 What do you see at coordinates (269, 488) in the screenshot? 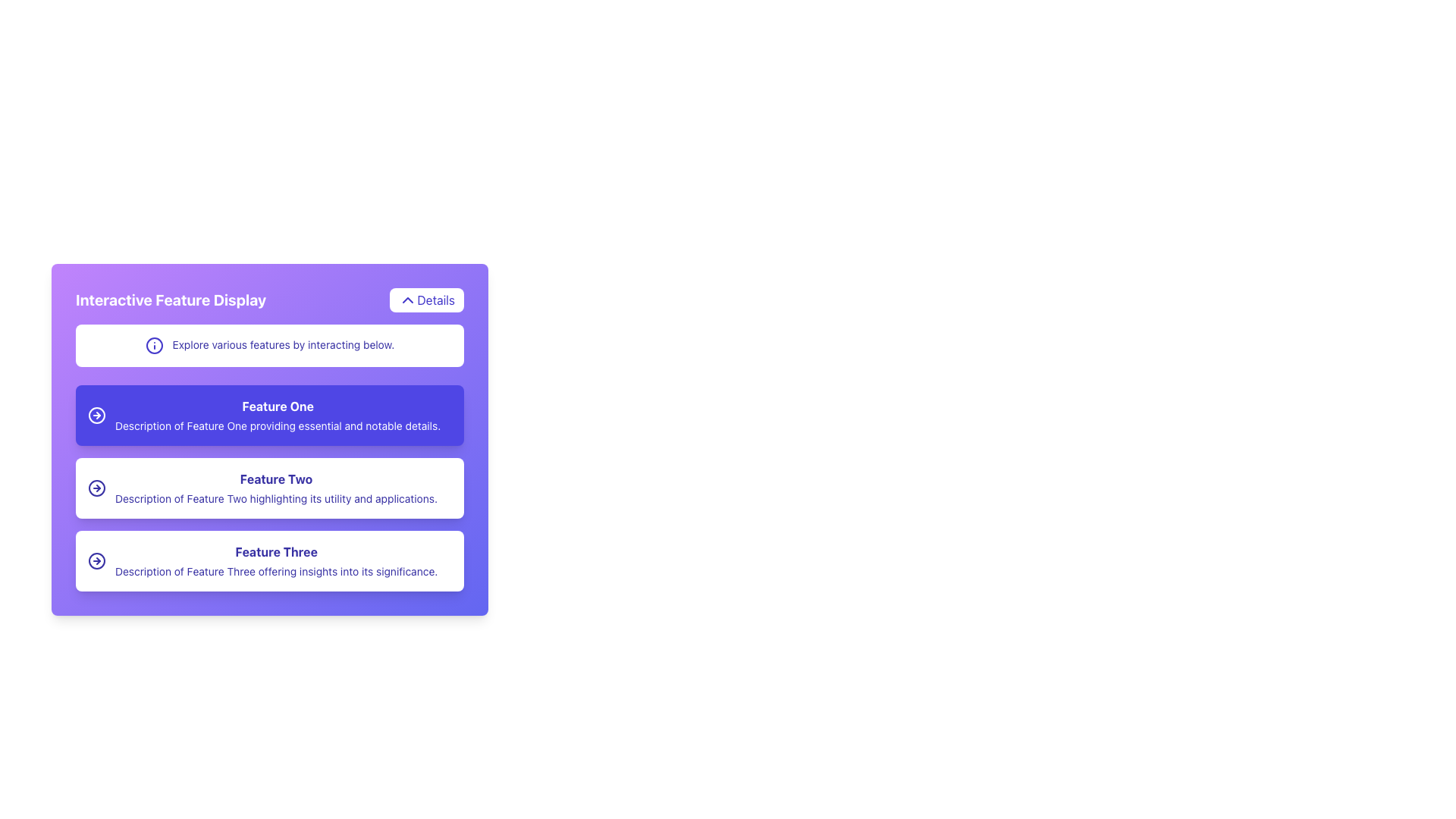
I see `the second informational list item titled 'Feature Two'` at bounding box center [269, 488].